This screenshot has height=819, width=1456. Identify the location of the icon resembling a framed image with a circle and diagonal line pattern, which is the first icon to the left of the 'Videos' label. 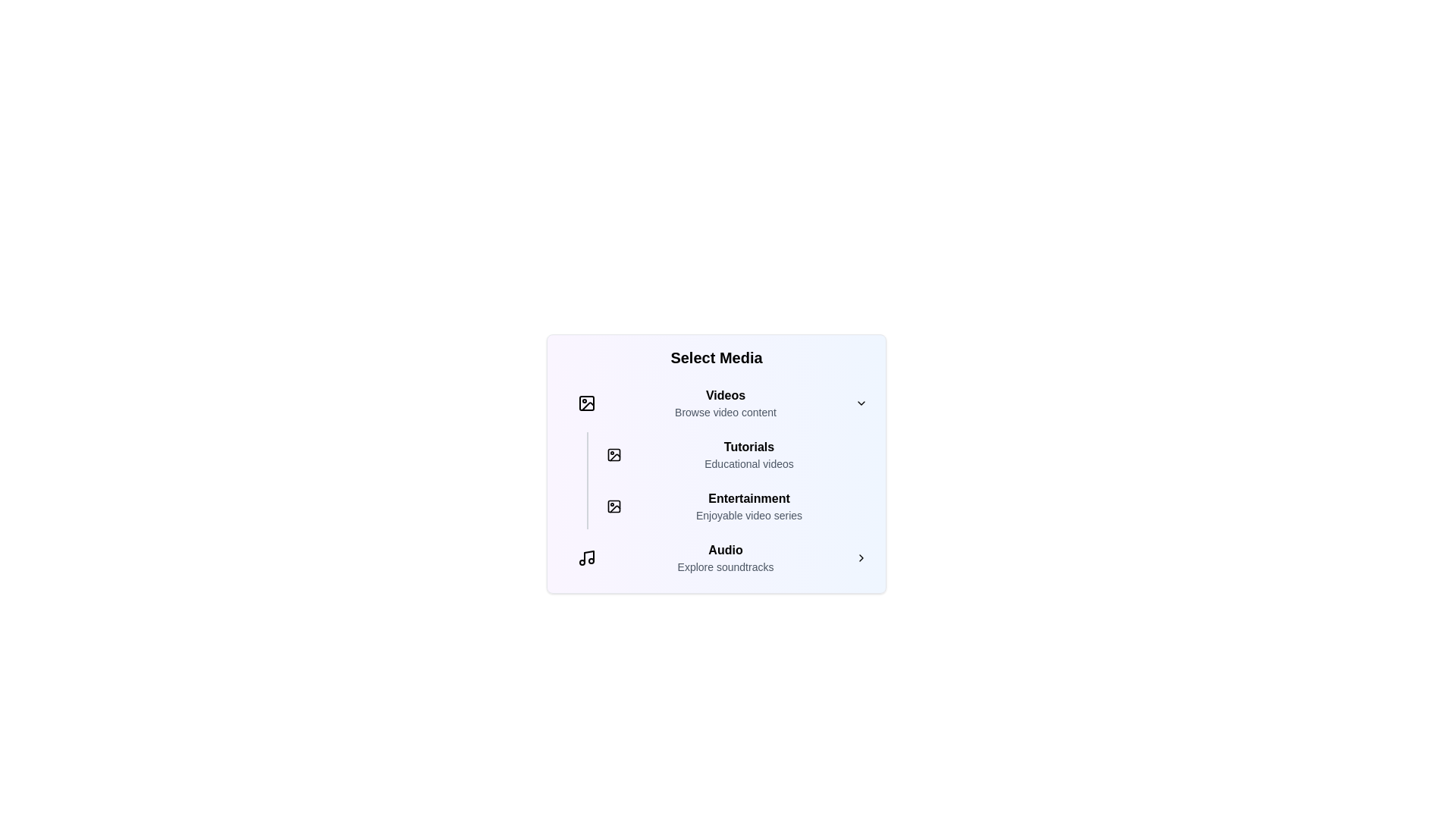
(585, 403).